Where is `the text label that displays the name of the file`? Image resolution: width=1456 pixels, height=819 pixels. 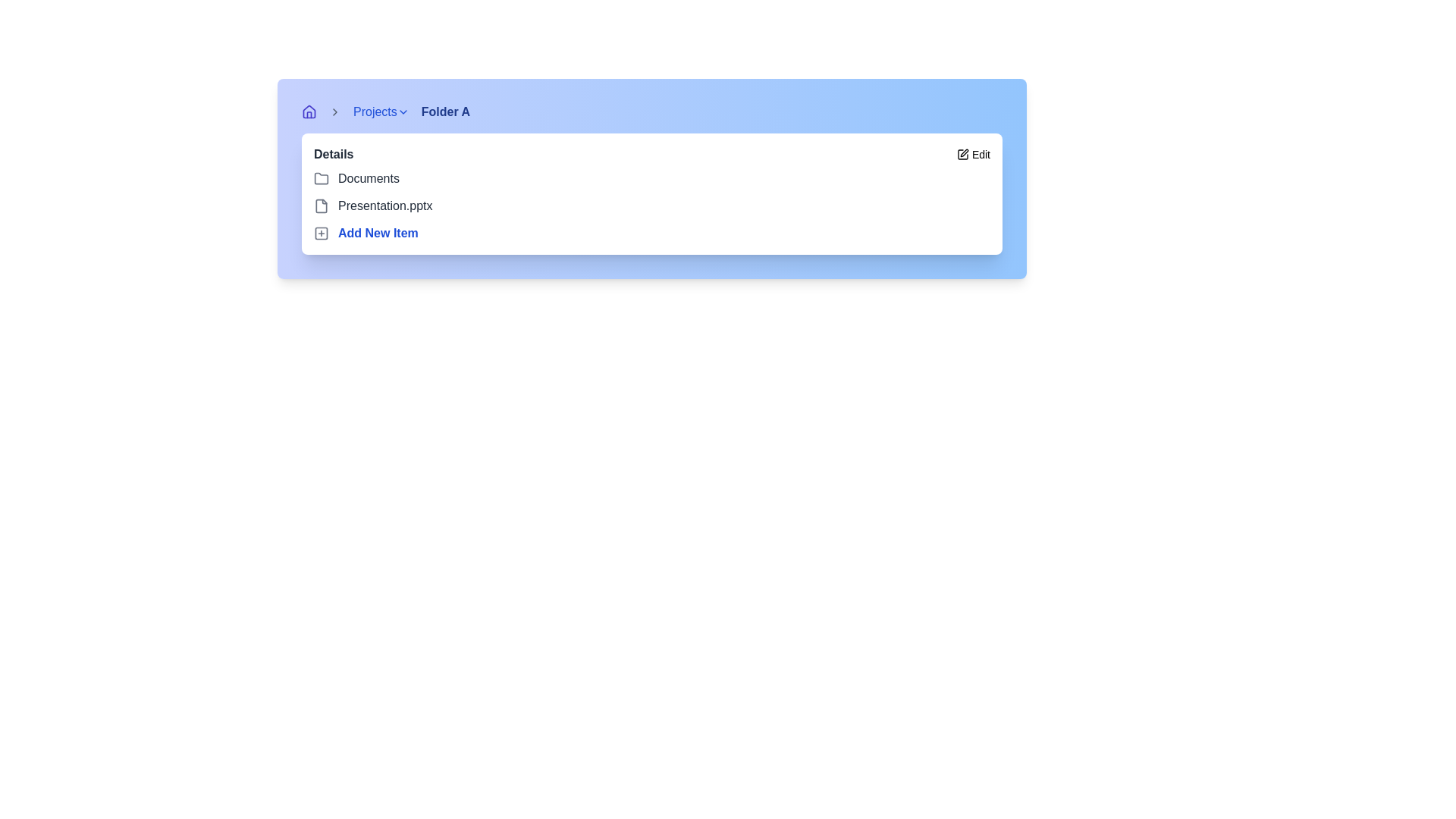
the text label that displays the name of the file is located at coordinates (385, 206).